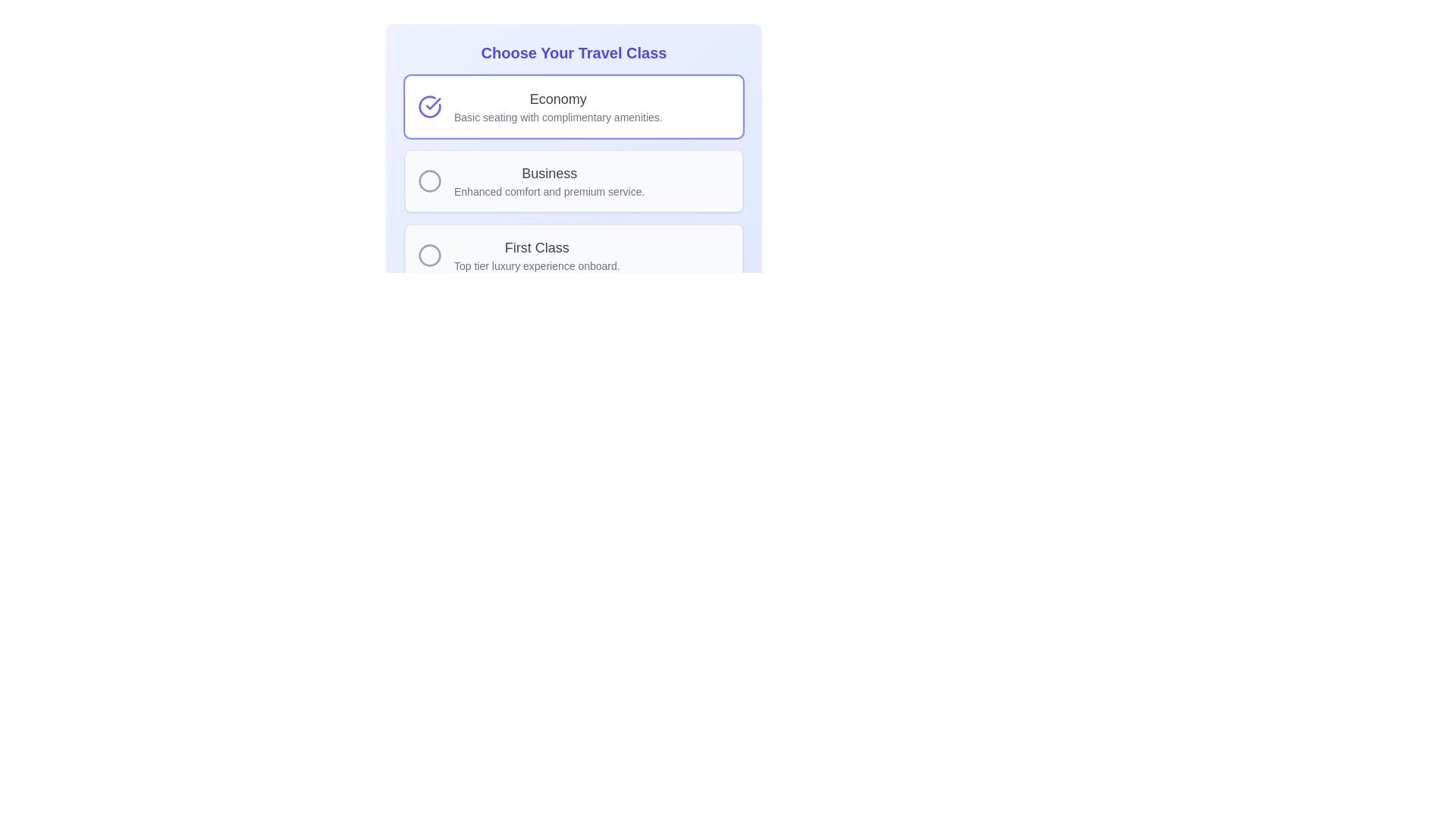 Image resolution: width=1456 pixels, height=819 pixels. What do you see at coordinates (432, 103) in the screenshot?
I see `the checkmark icon located within the larger circle icon on the left side of the 'Economy' travel class option` at bounding box center [432, 103].